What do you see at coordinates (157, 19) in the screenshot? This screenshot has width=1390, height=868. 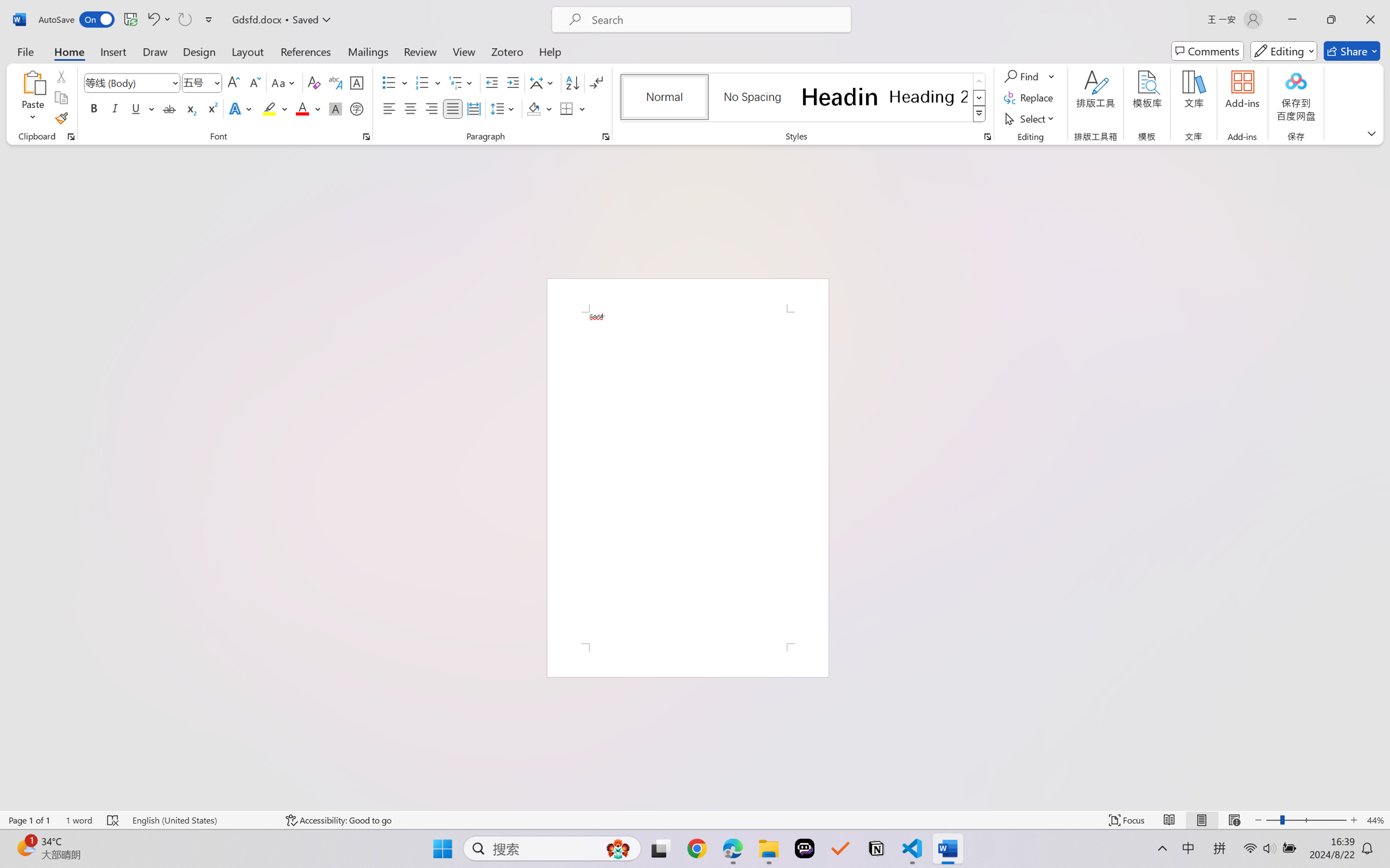 I see `'Undo Apply Quick Style'` at bounding box center [157, 19].